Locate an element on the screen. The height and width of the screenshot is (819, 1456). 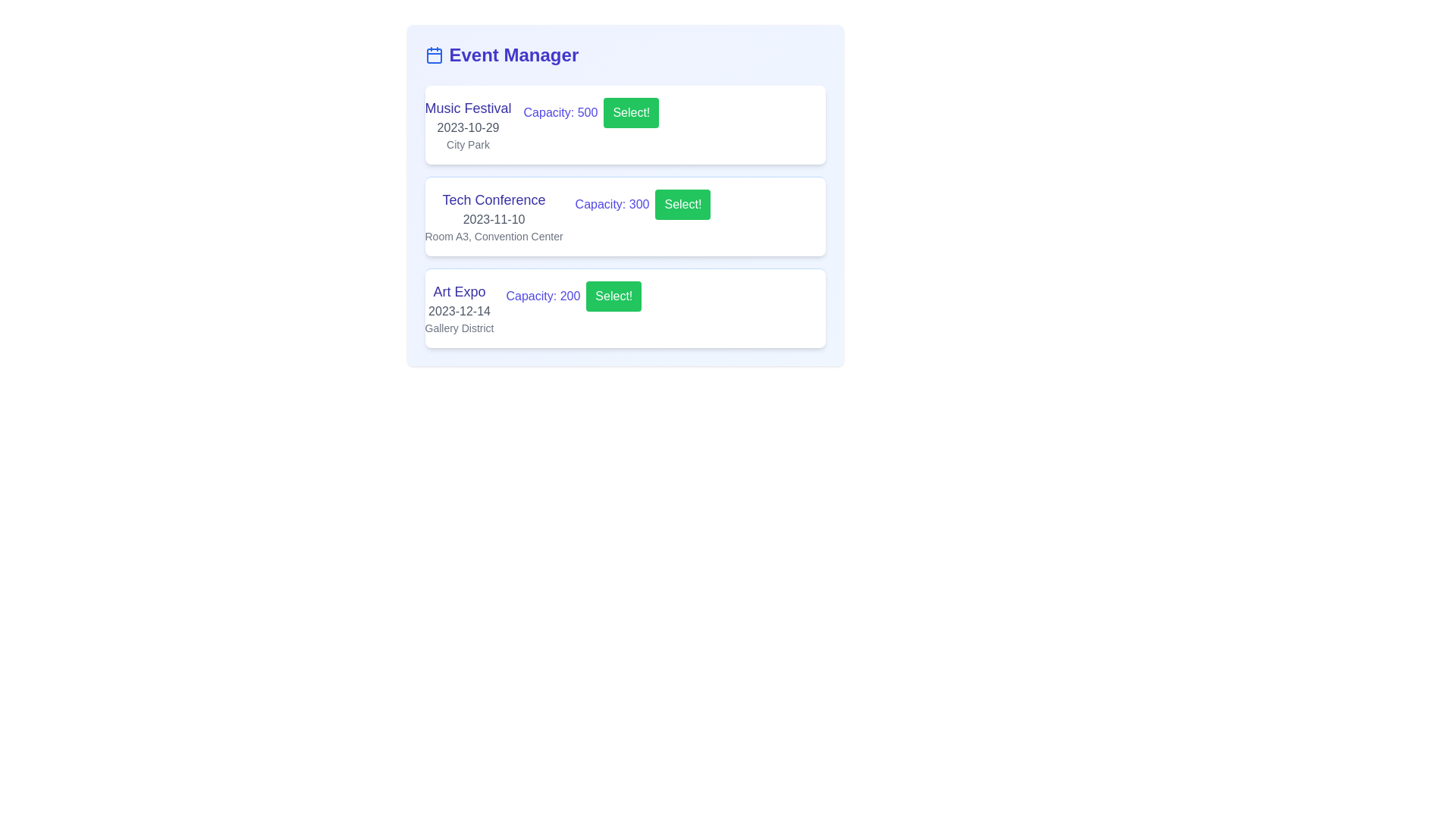
the associated icon in the 'Event Manager' header, which features a blue calendar icon to the left of the bold text is located at coordinates (625, 55).